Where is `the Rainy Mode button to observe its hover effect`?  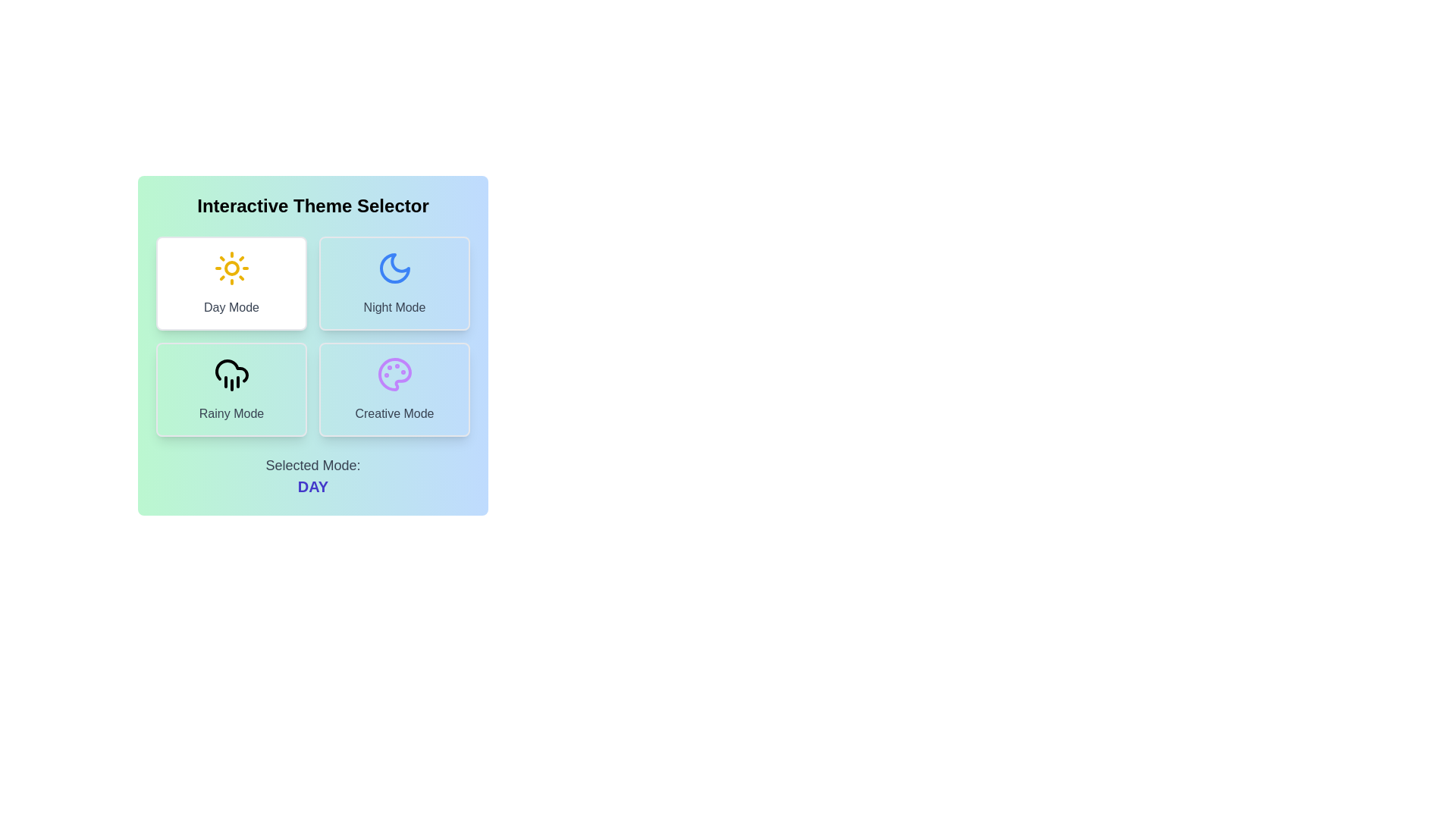
the Rainy Mode button to observe its hover effect is located at coordinates (231, 388).